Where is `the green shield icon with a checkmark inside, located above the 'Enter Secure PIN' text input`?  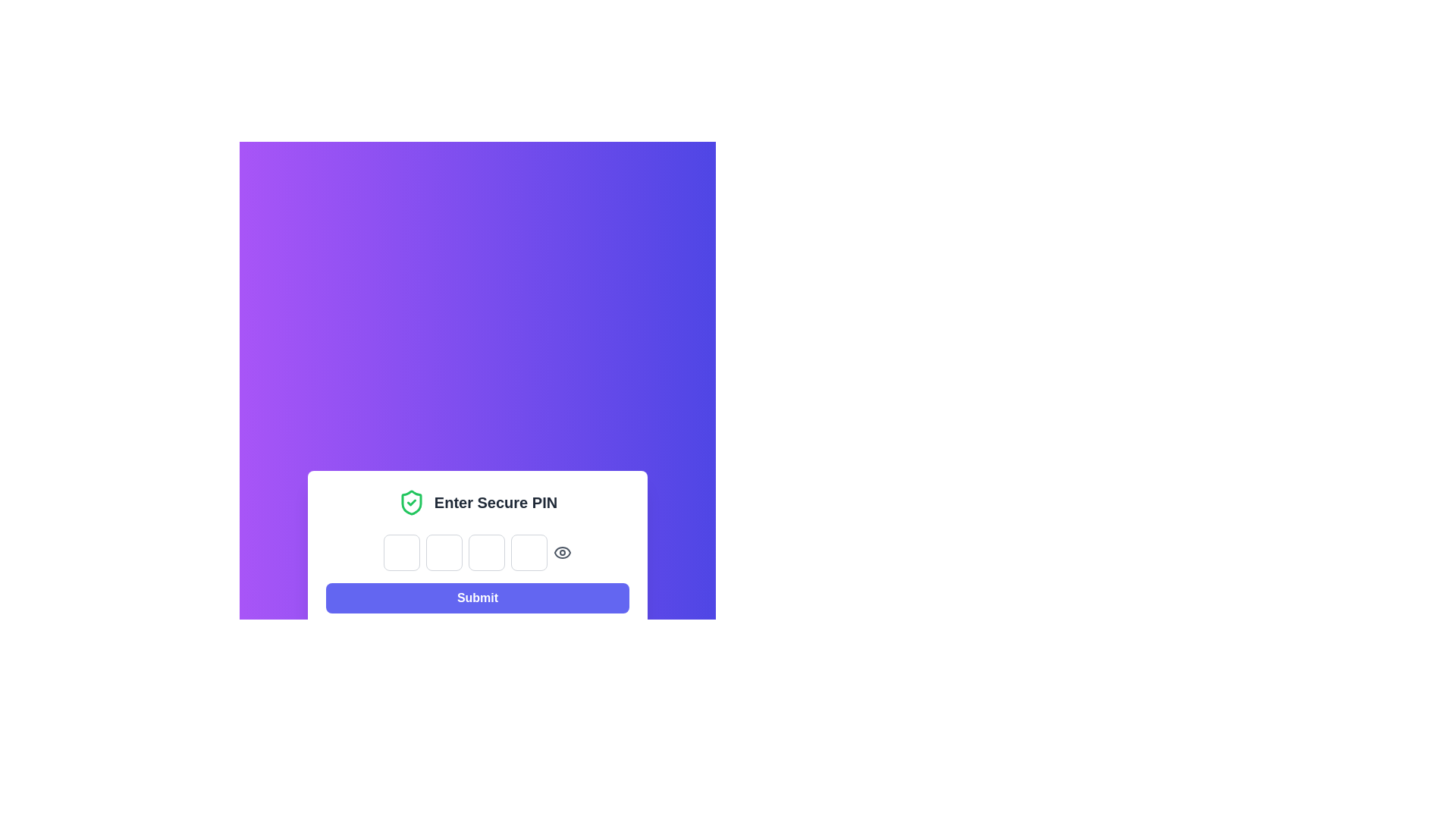
the green shield icon with a checkmark inside, located above the 'Enter Secure PIN' text input is located at coordinates (411, 503).